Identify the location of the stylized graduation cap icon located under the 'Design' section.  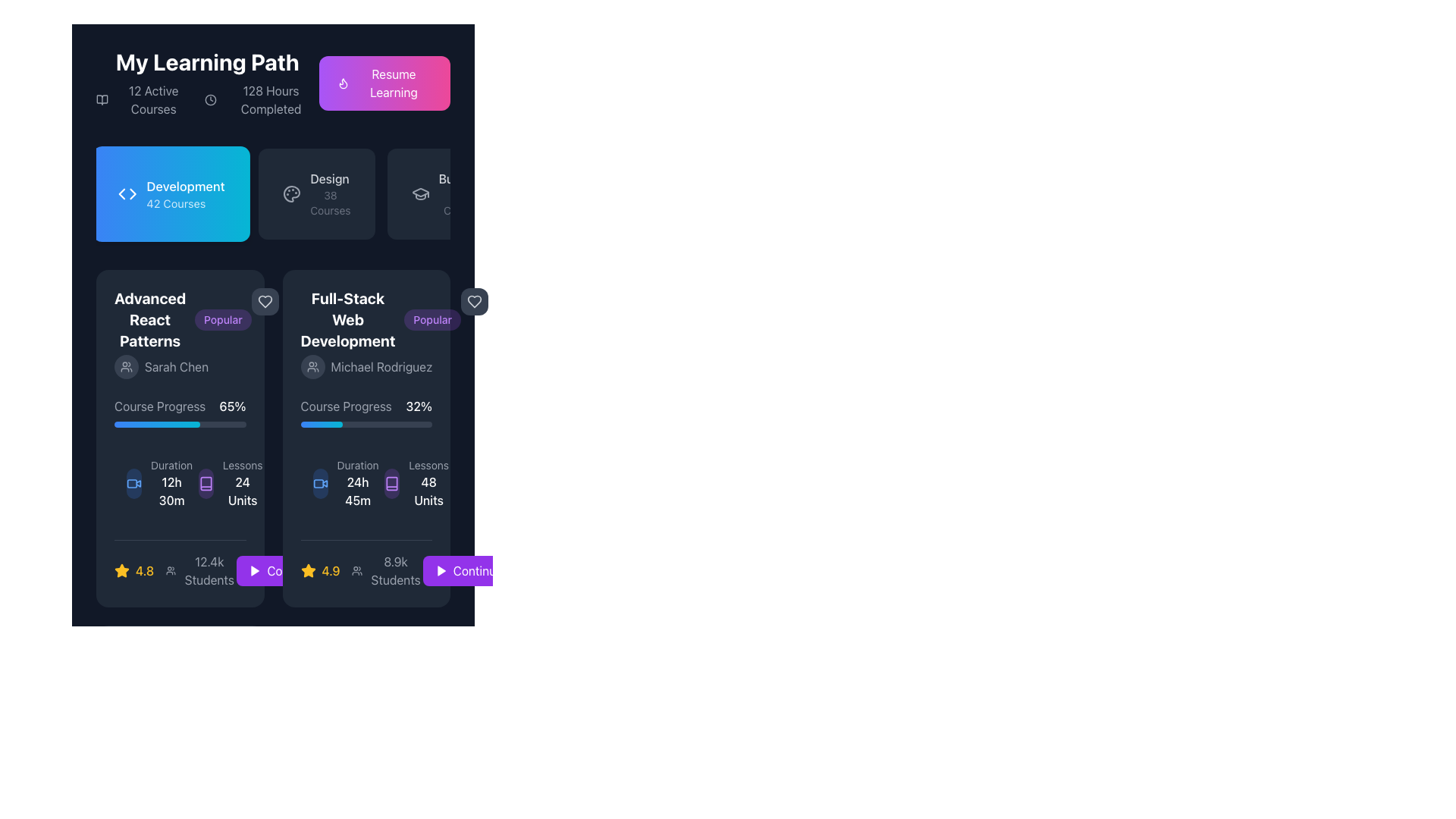
(420, 192).